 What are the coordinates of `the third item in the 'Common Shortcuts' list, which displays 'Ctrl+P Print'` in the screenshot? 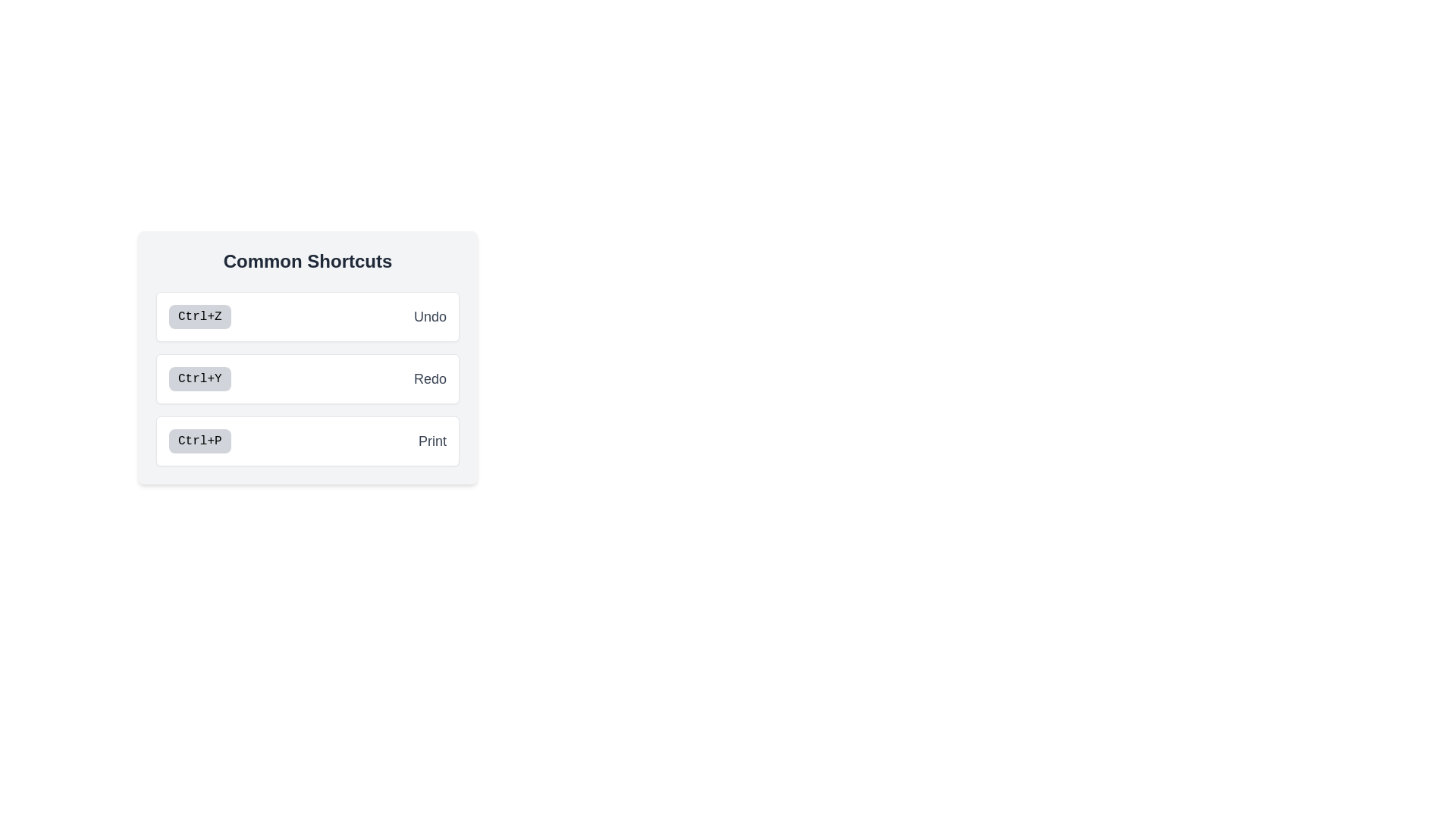 It's located at (307, 441).